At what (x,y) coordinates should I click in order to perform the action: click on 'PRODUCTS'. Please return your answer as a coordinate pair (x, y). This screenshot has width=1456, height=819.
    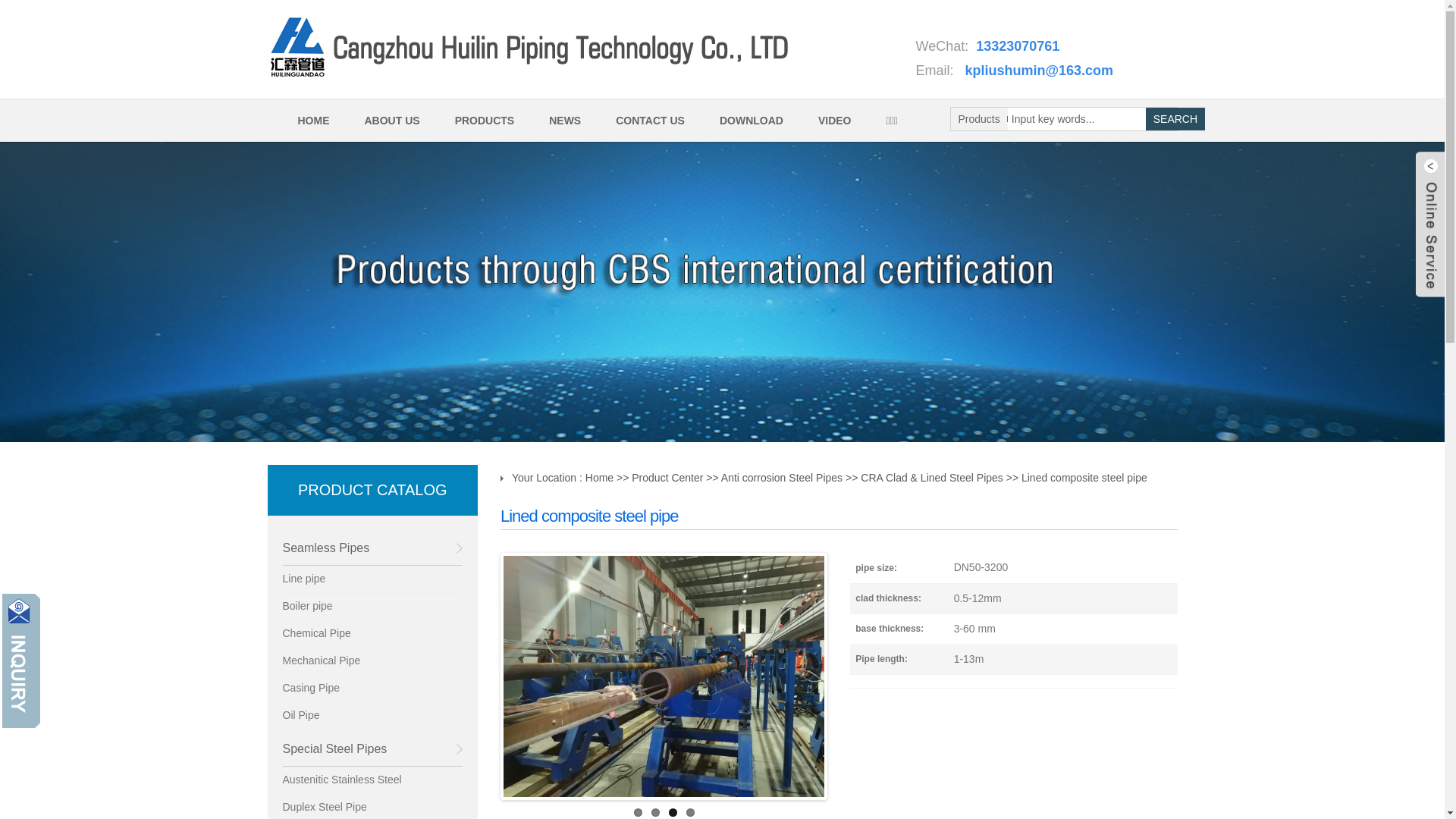
    Looking at the image, I should click on (435, 119).